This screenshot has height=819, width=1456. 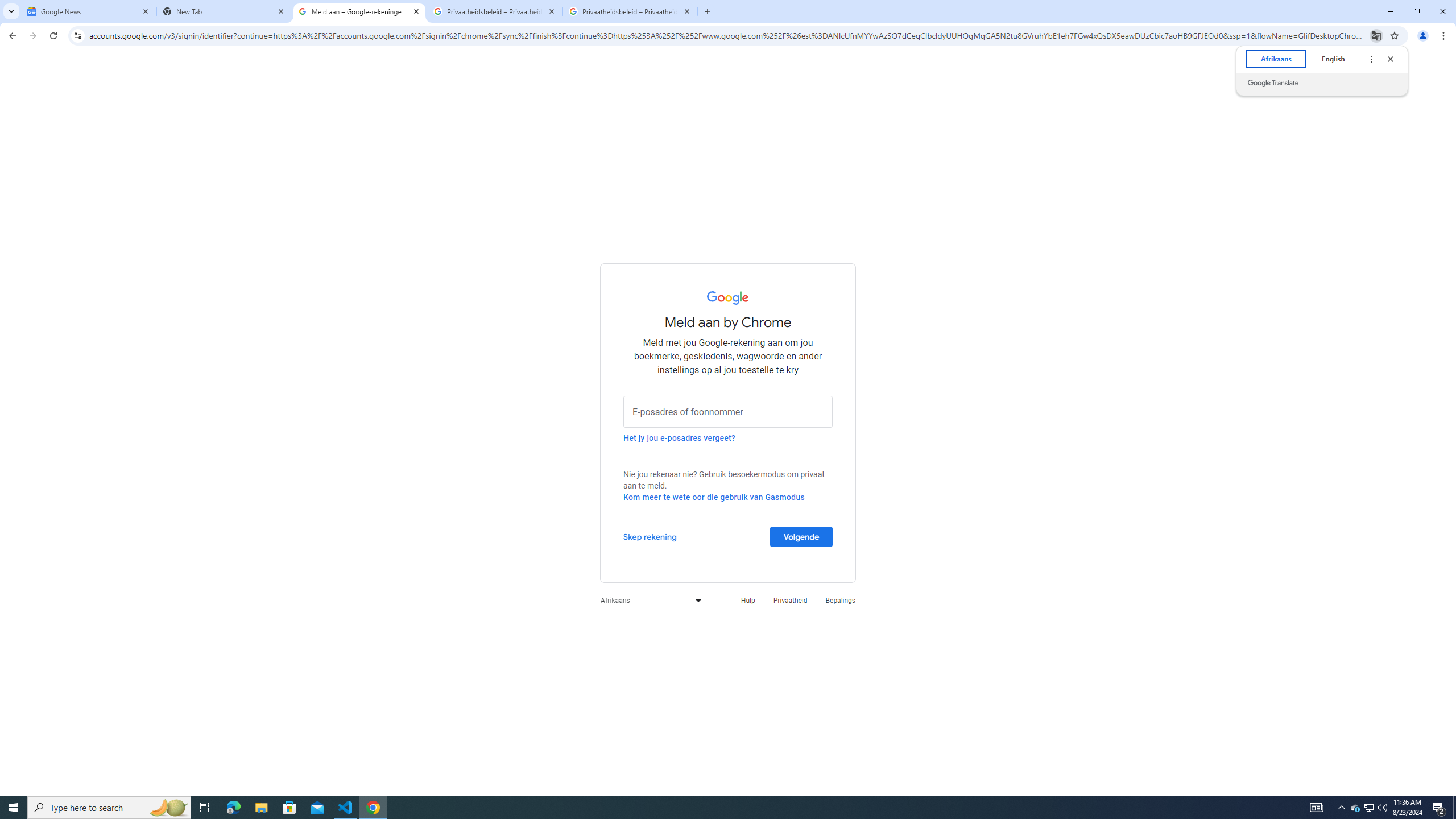 What do you see at coordinates (109, 806) in the screenshot?
I see `'Type here to search'` at bounding box center [109, 806].